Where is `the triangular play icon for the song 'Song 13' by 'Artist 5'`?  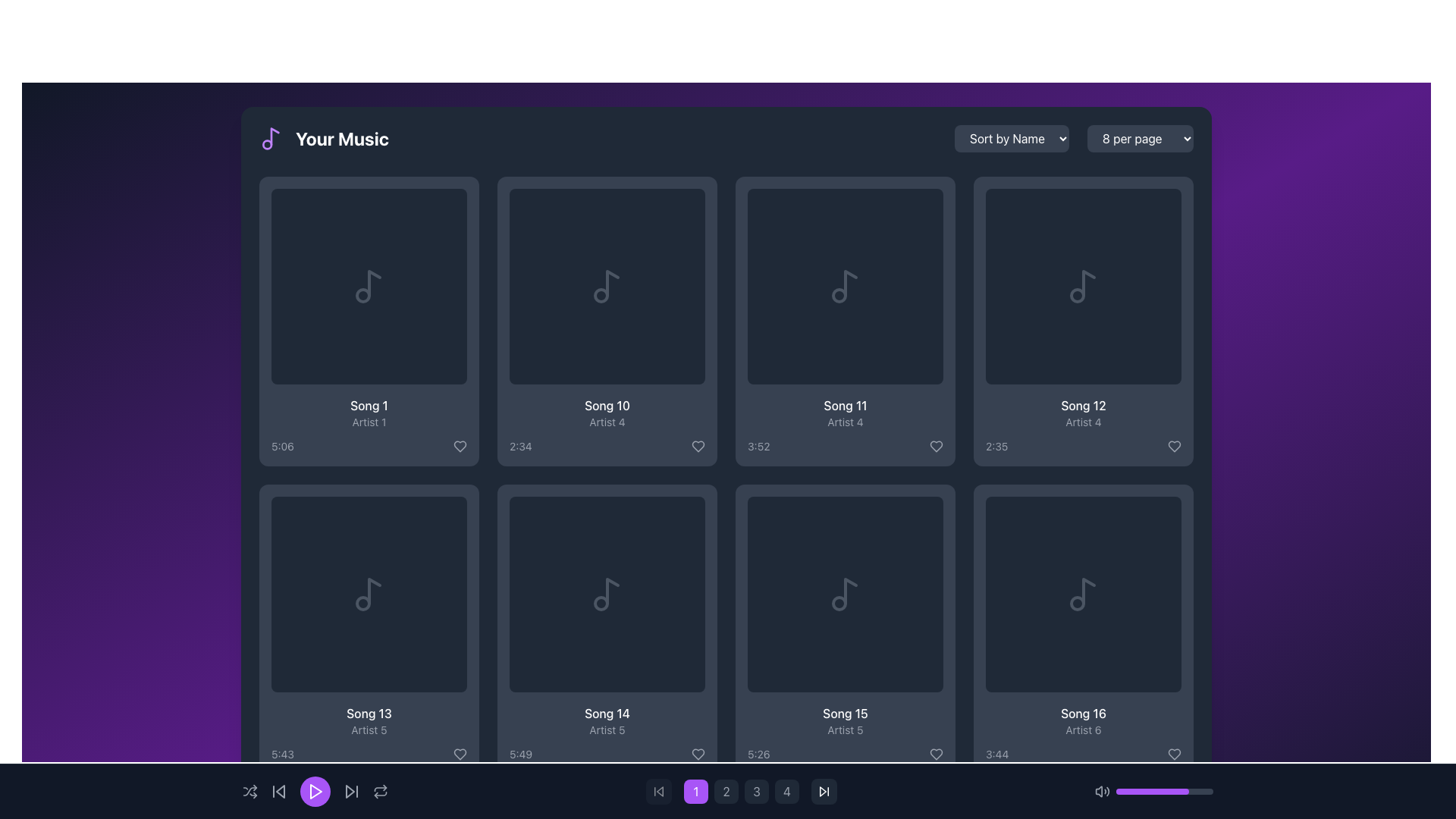 the triangular play icon for the song 'Song 13' by 'Artist 5' is located at coordinates (370, 593).